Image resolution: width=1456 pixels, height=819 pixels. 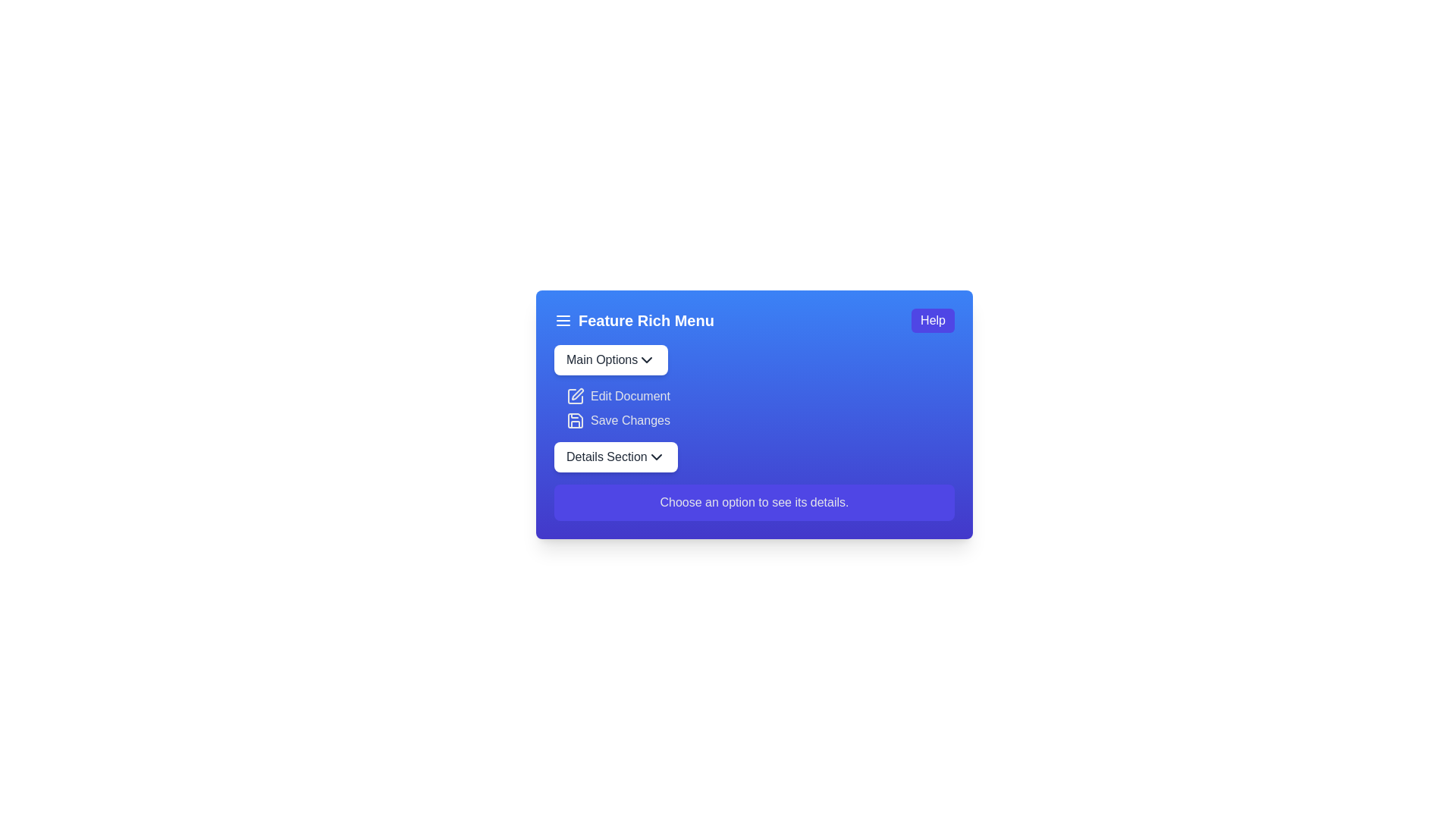 What do you see at coordinates (574, 421) in the screenshot?
I see `the floppy disk icon located to the right of the 'Save Changes' label in the 'Feature Rich Menu' section` at bounding box center [574, 421].